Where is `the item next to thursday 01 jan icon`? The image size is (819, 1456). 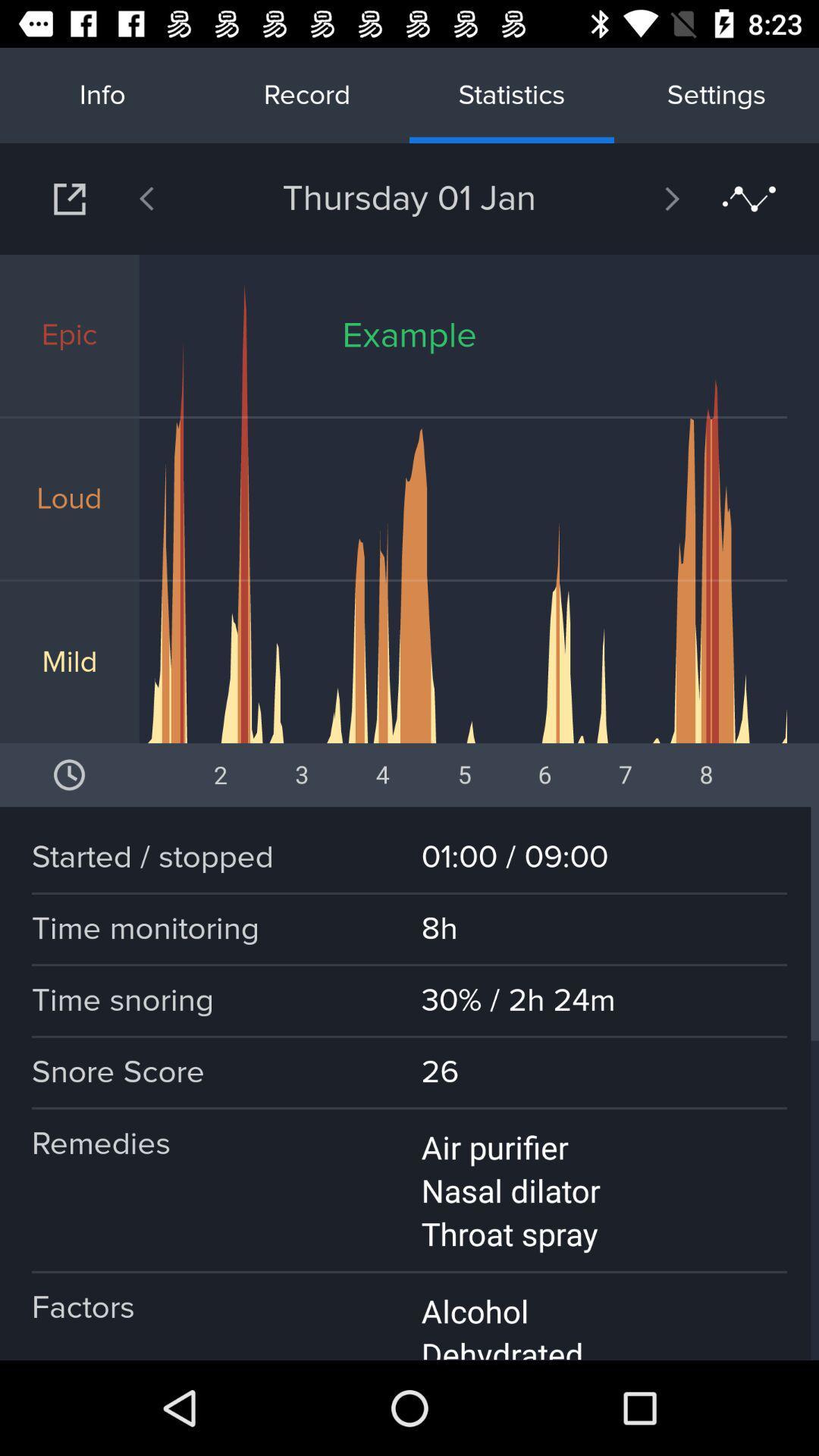
the item next to thursday 01 jan icon is located at coordinates (185, 198).